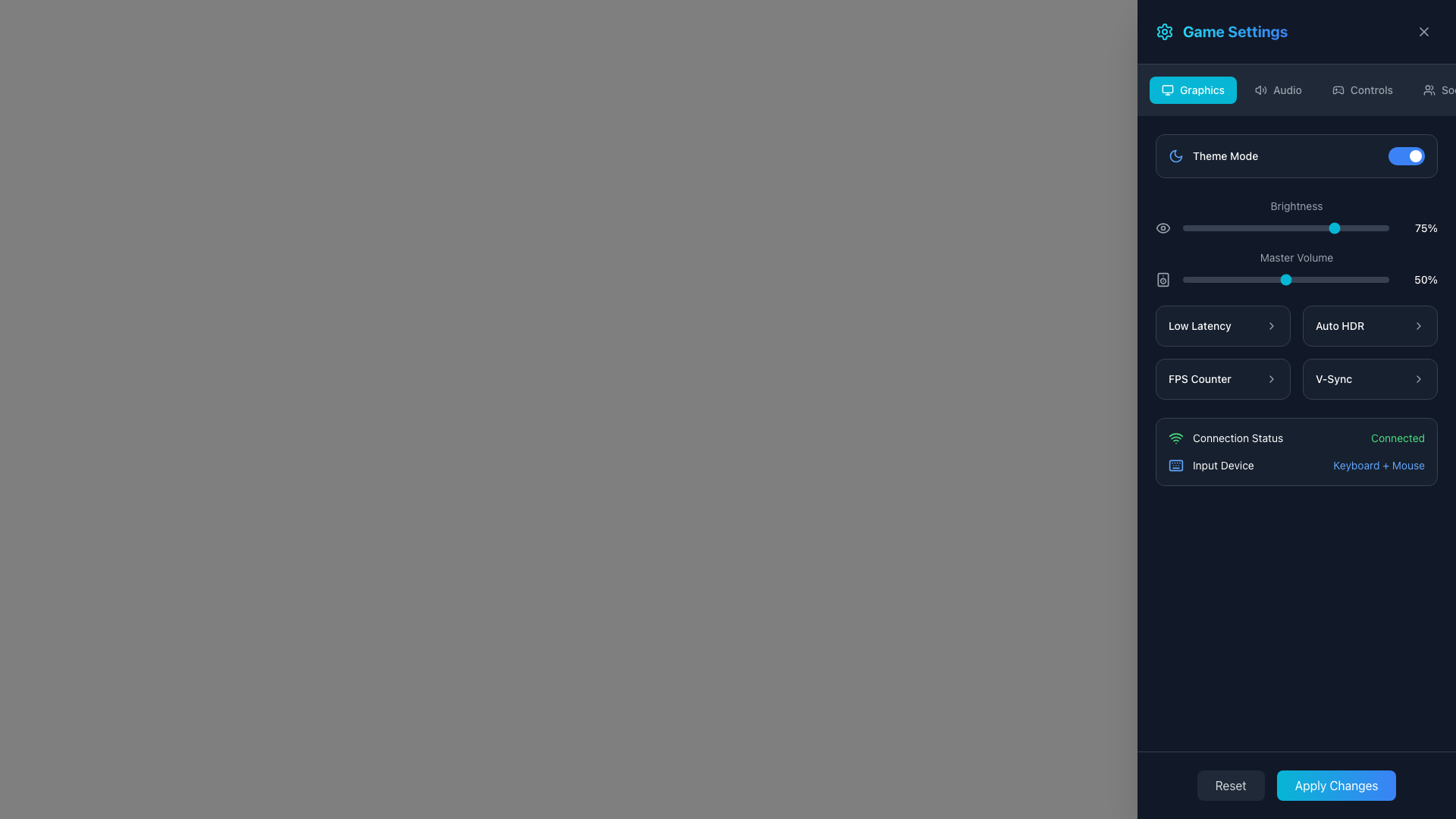 The height and width of the screenshot is (819, 1456). Describe the element at coordinates (1336, 785) in the screenshot. I see `the 'Apply Changes' button, which is a rectangular button with a gradient background from cyan to blue, located at the bottom-right corner of the interface` at that location.